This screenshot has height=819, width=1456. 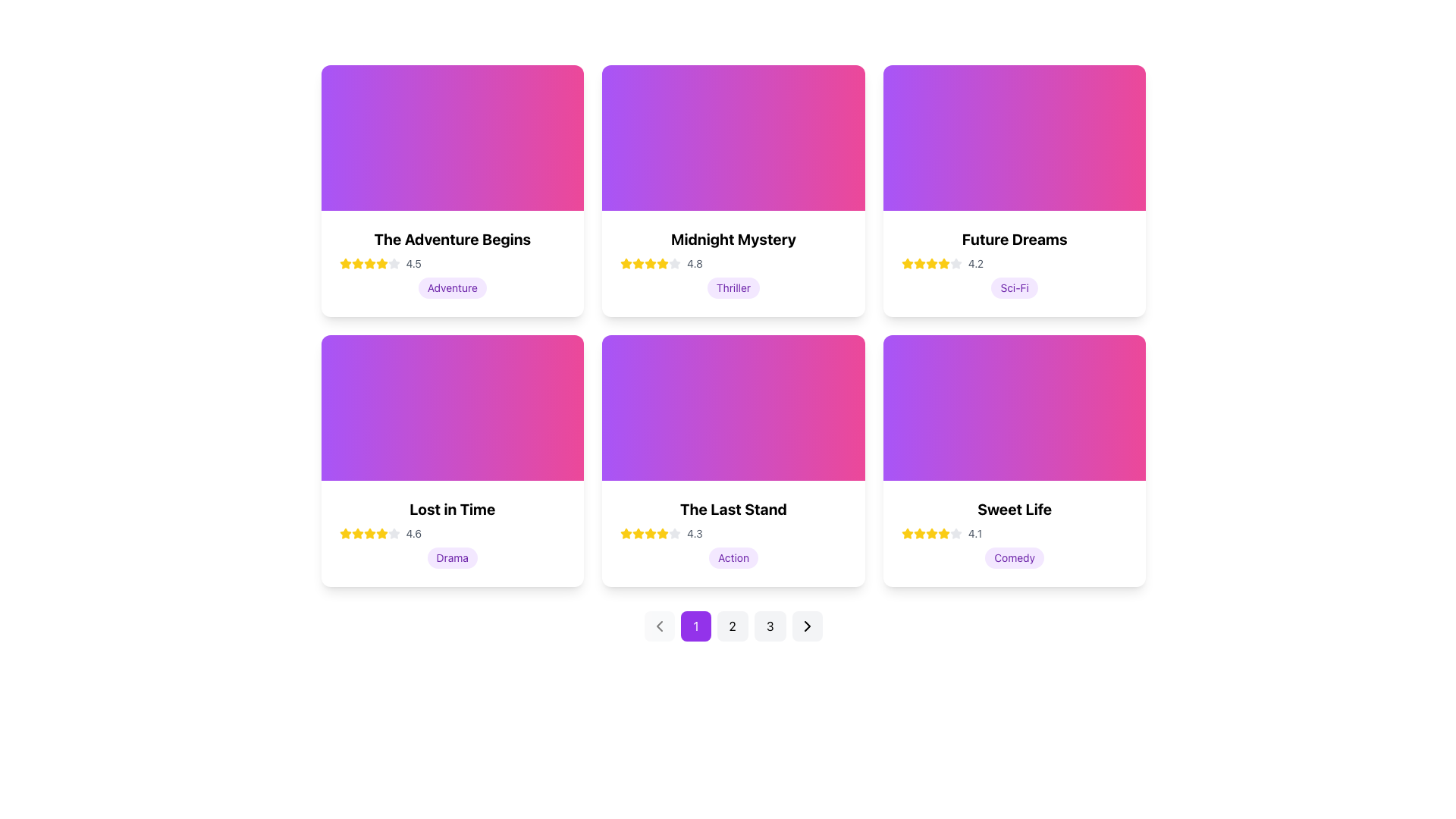 I want to click on the fifth star in the sequence of rating stars under the card titled 'Midnight Mystery' for visual confirmation, so click(x=651, y=262).